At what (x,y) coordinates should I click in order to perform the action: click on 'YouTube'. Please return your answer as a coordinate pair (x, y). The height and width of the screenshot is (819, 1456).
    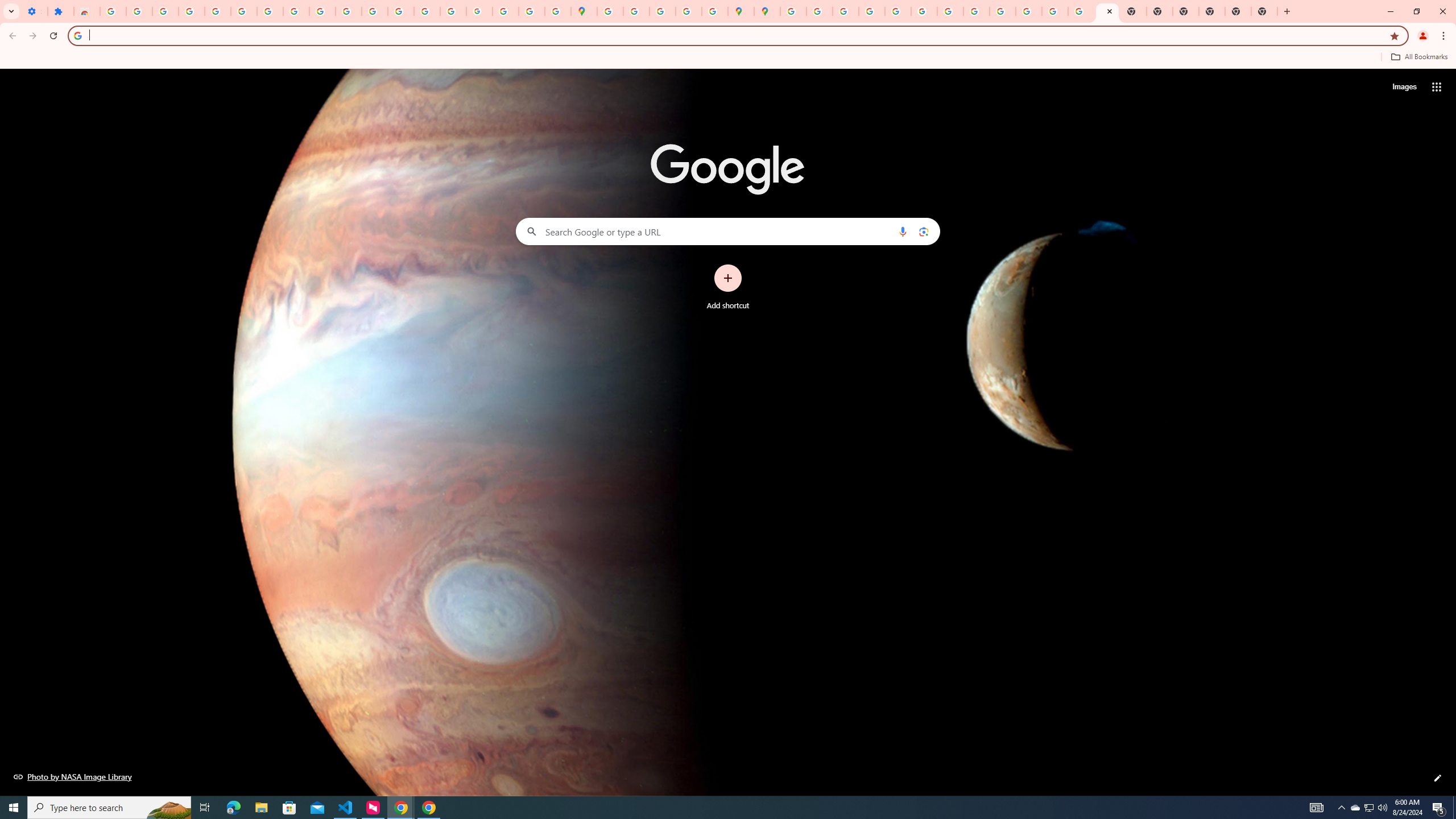
    Looking at the image, I should click on (950, 11).